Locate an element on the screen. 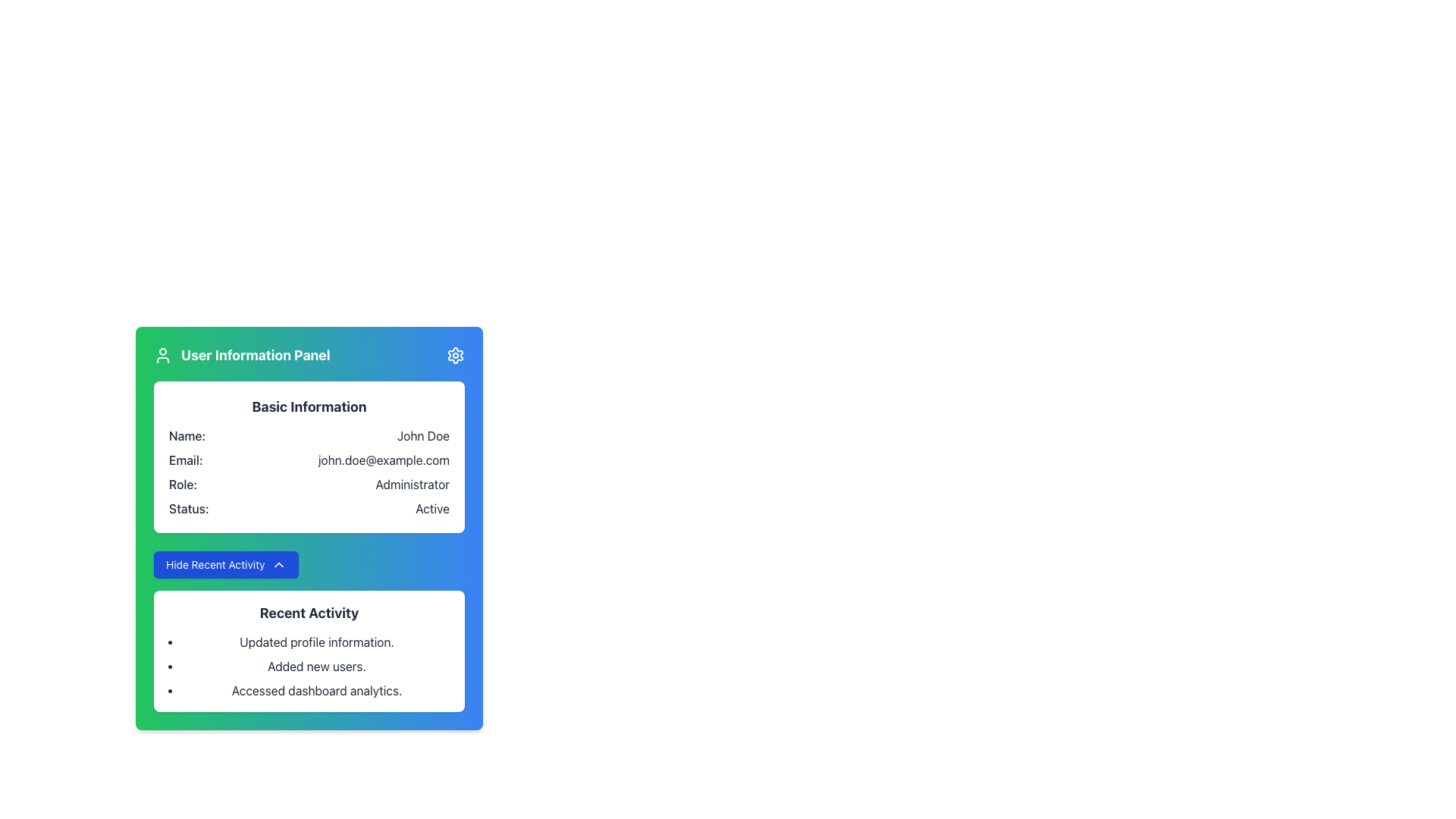 This screenshot has width=1456, height=819. text item conveying user activity related to updating profile information, which is the first item in the vertical list under the 'Recent Activity' section is located at coordinates (315, 642).